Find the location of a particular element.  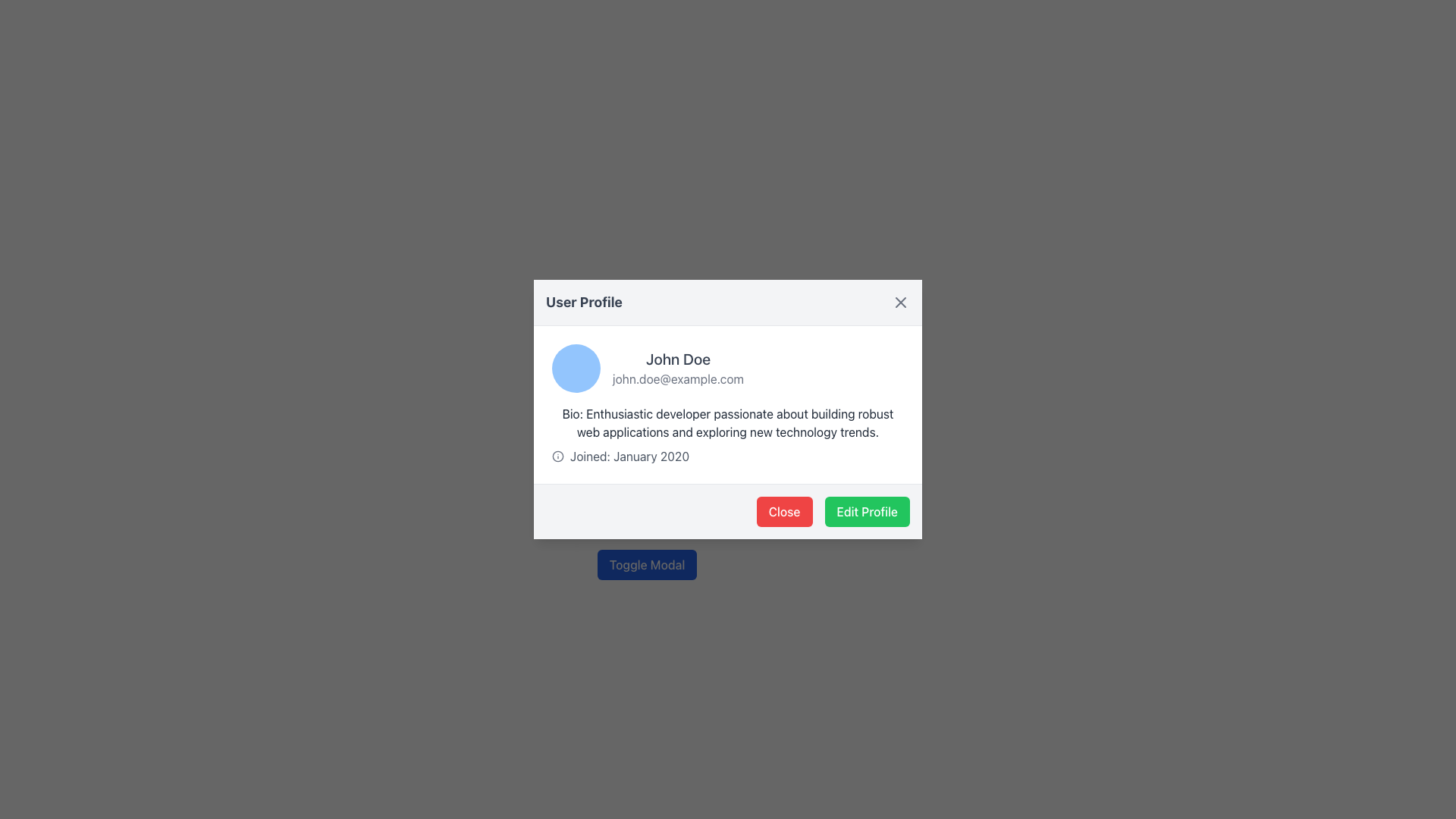

the close vector graphic located in the top-right corner of the user profile dialog box is located at coordinates (901, 302).